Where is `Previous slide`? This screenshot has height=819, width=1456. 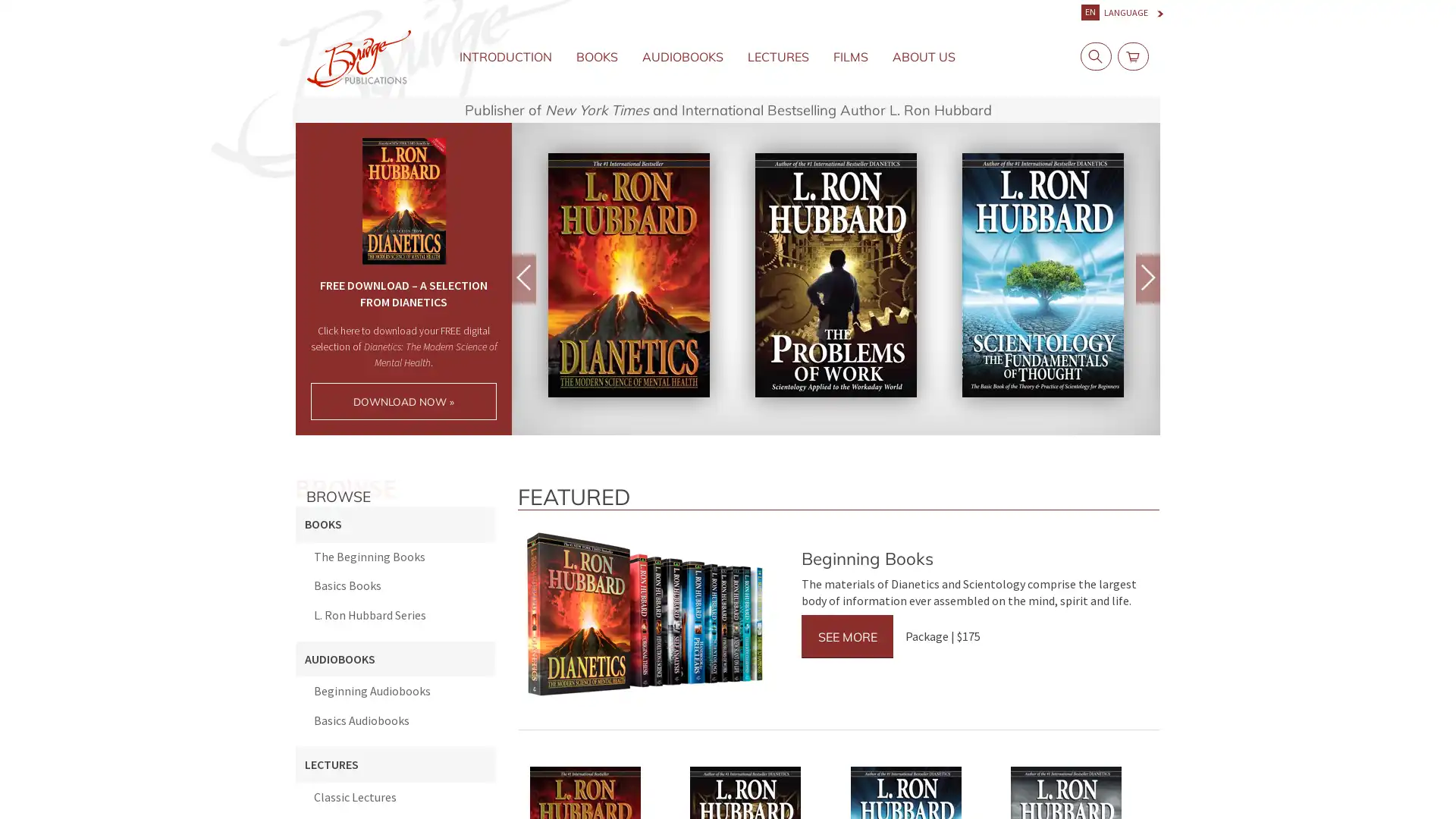 Previous slide is located at coordinates (524, 278).